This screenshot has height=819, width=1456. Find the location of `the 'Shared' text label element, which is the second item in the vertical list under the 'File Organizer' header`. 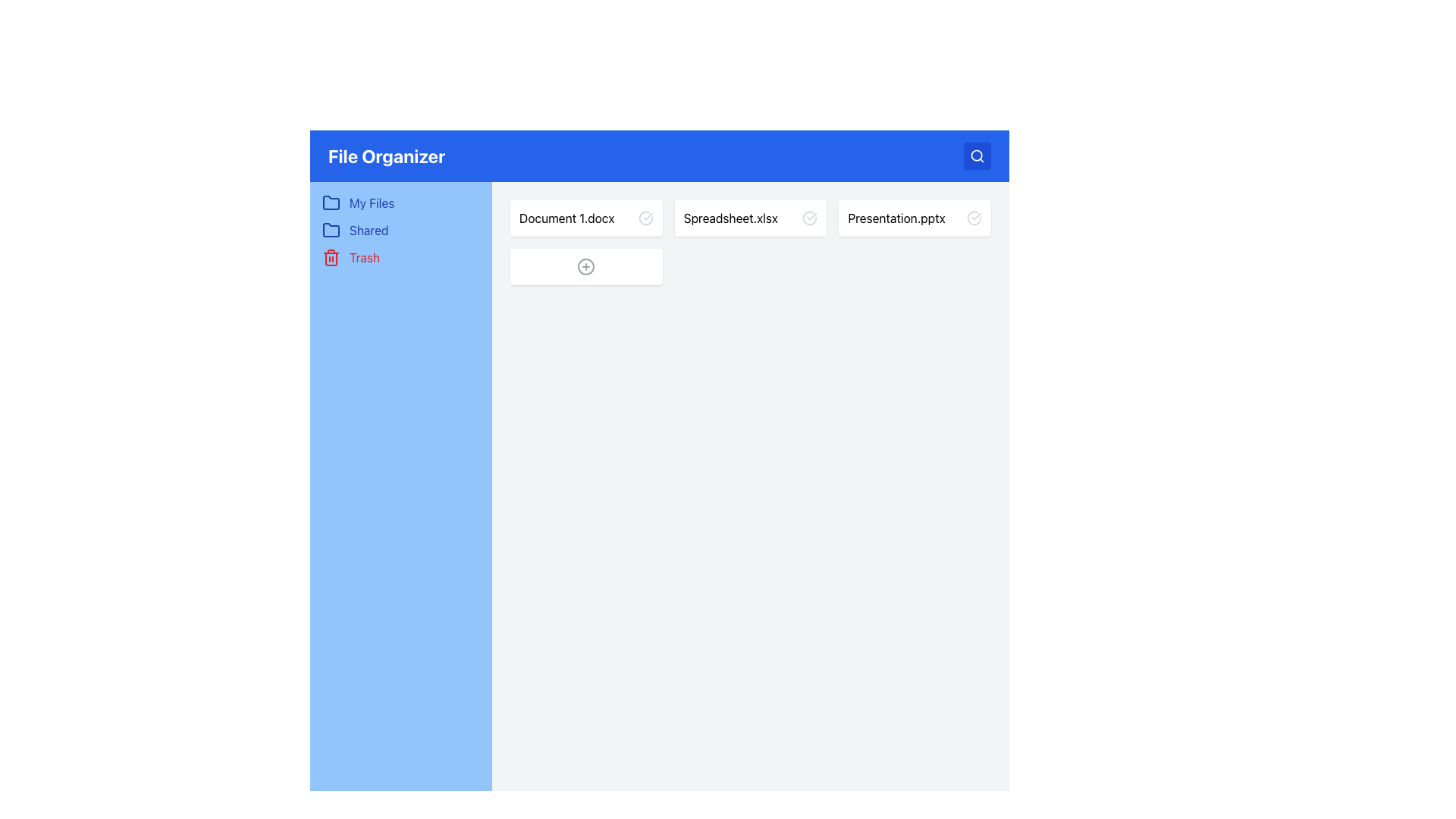

the 'Shared' text label element, which is the second item in the vertical list under the 'File Organizer' header is located at coordinates (369, 231).